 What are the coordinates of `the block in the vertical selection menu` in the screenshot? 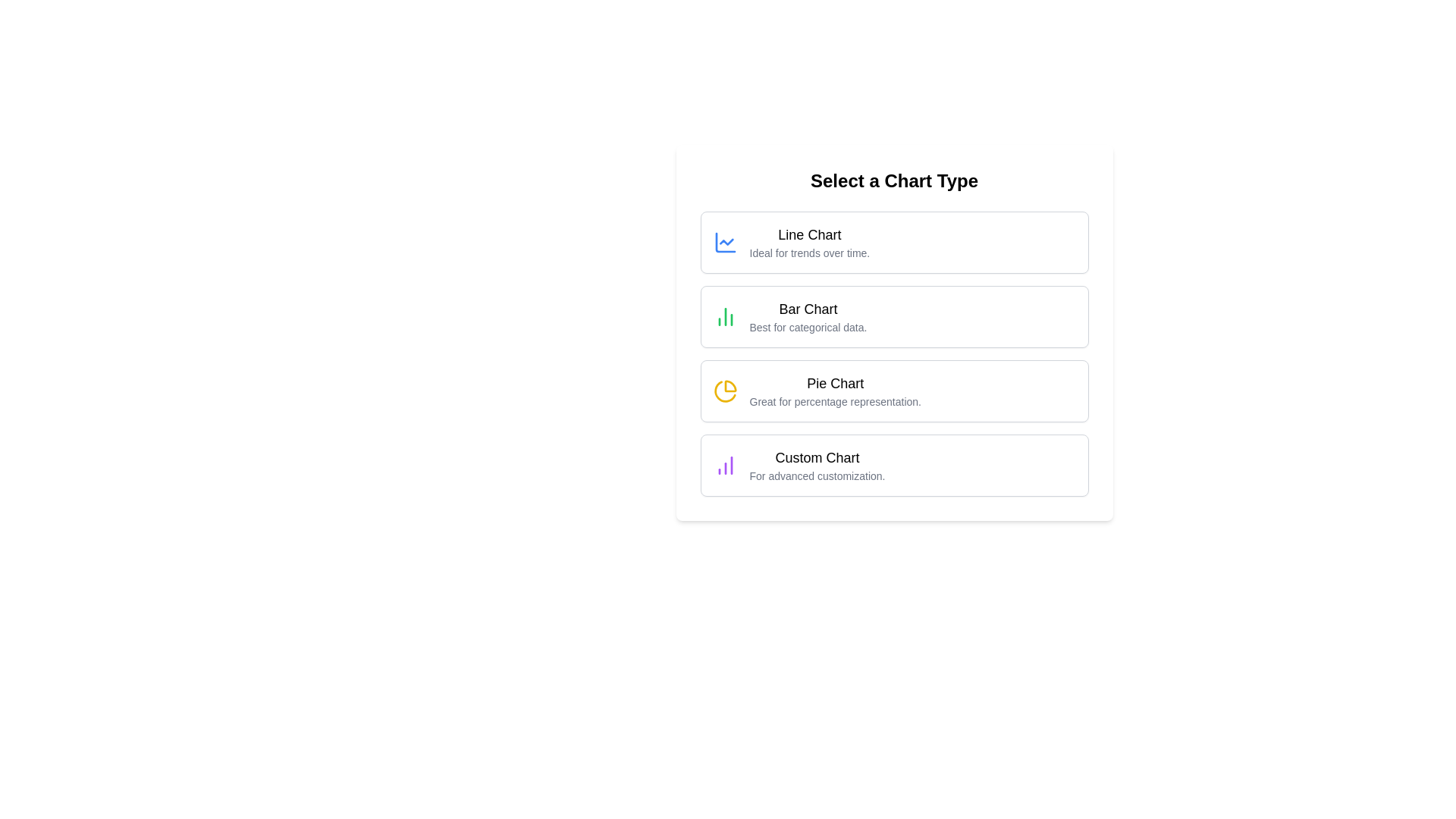 It's located at (894, 353).